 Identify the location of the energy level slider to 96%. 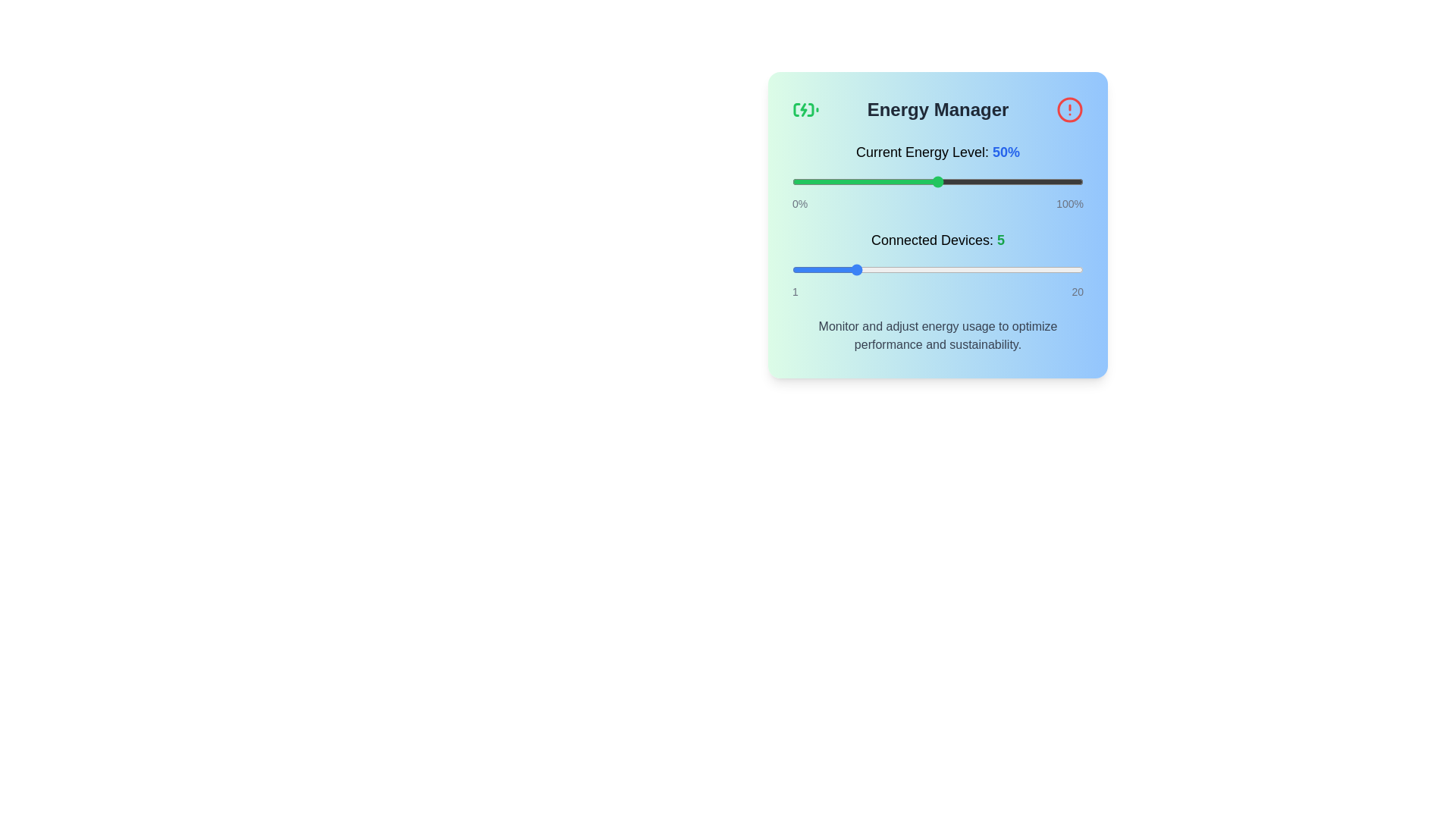
(1071, 180).